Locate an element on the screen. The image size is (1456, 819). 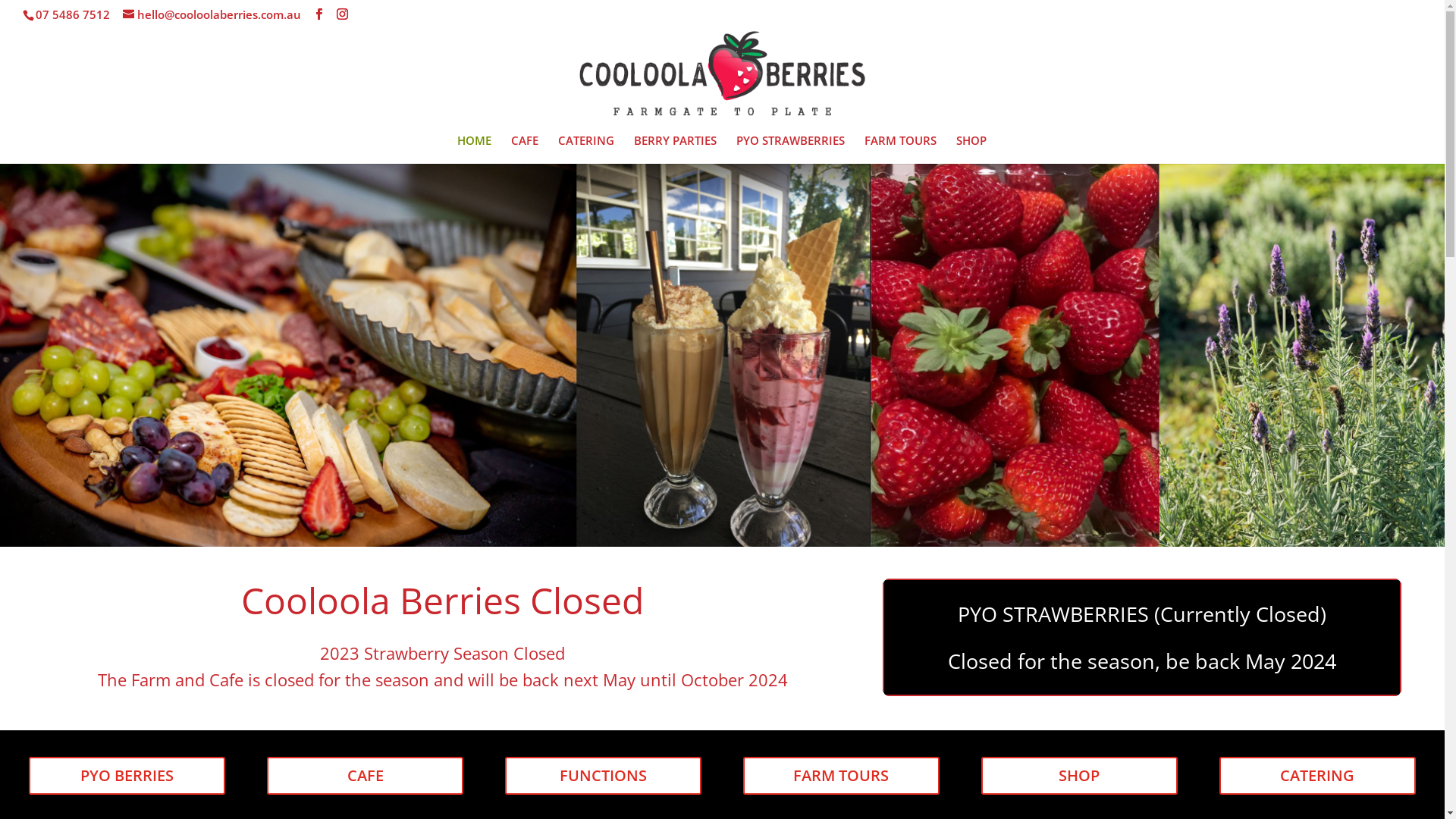
'HOME' is located at coordinates (472, 149).